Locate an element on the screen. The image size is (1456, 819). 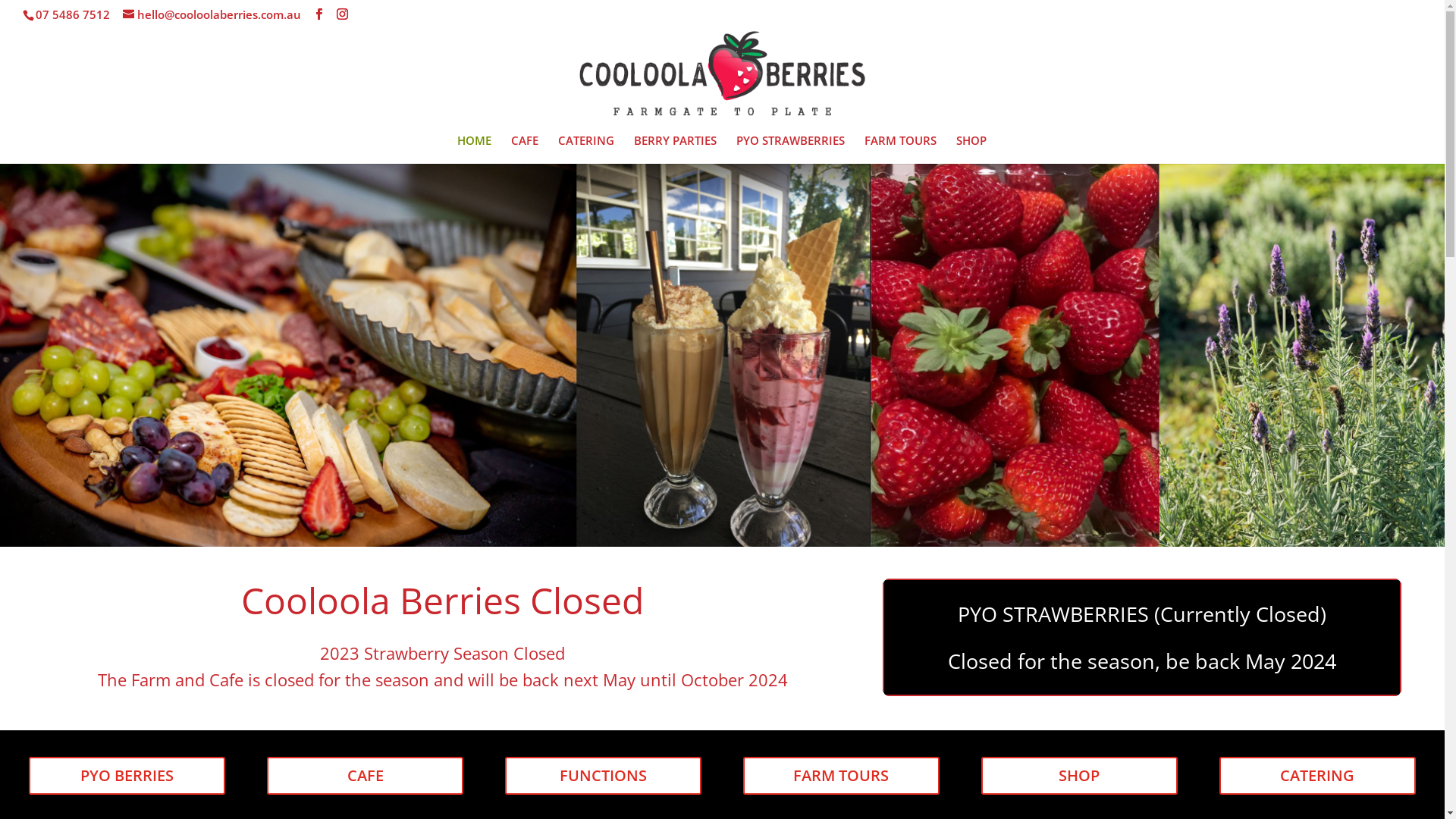
'HOME' is located at coordinates (472, 149).